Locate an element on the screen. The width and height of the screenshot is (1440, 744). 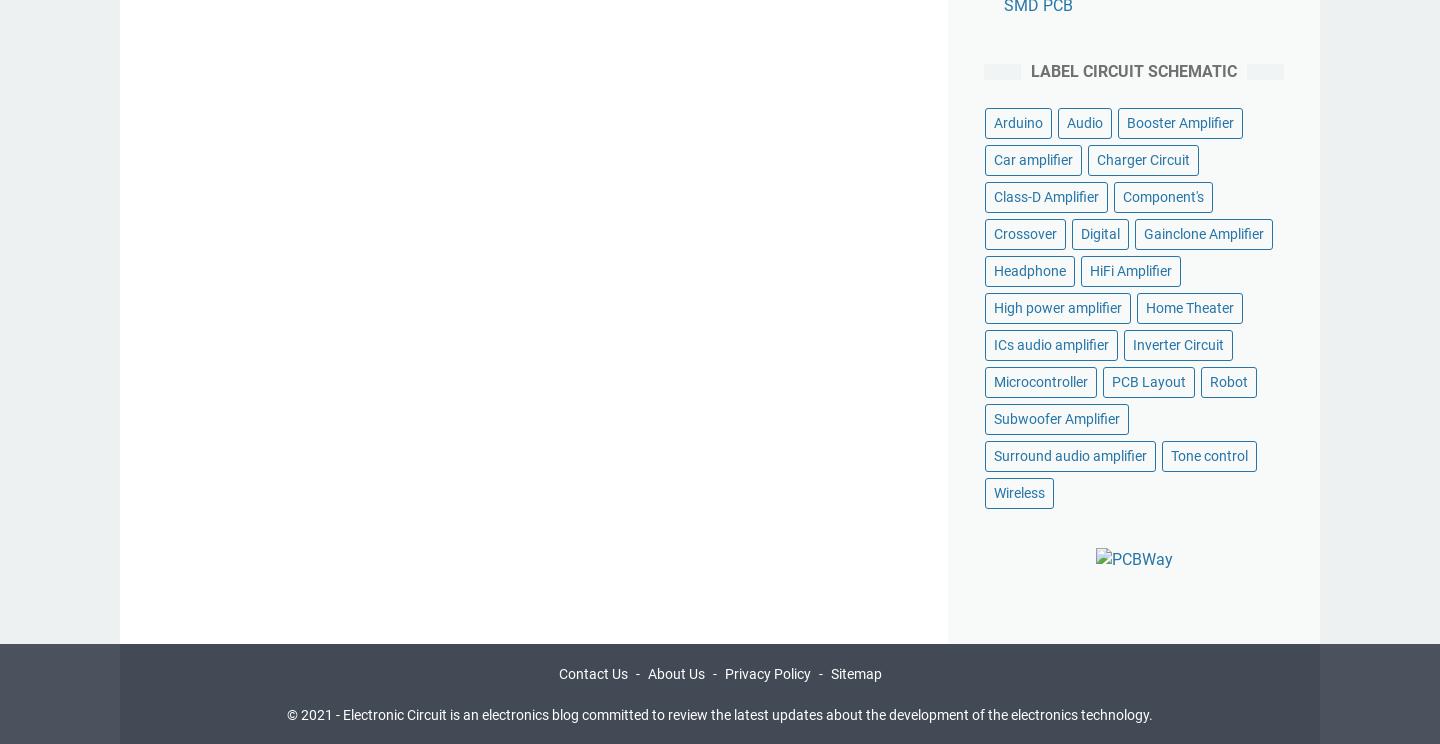
'© 2021 -' is located at coordinates (315, 713).